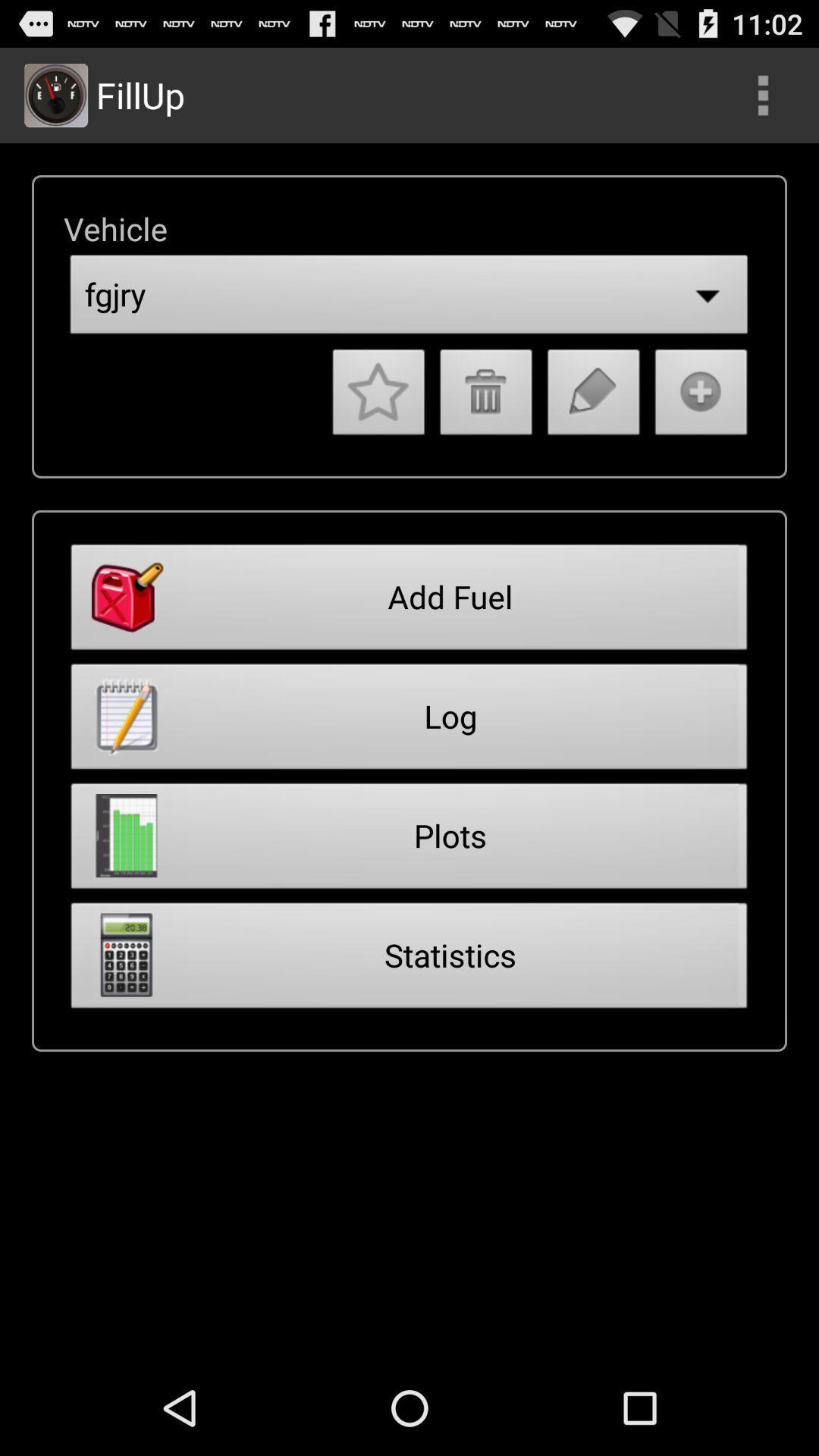 This screenshot has width=819, height=1456. I want to click on more features, so click(763, 94).